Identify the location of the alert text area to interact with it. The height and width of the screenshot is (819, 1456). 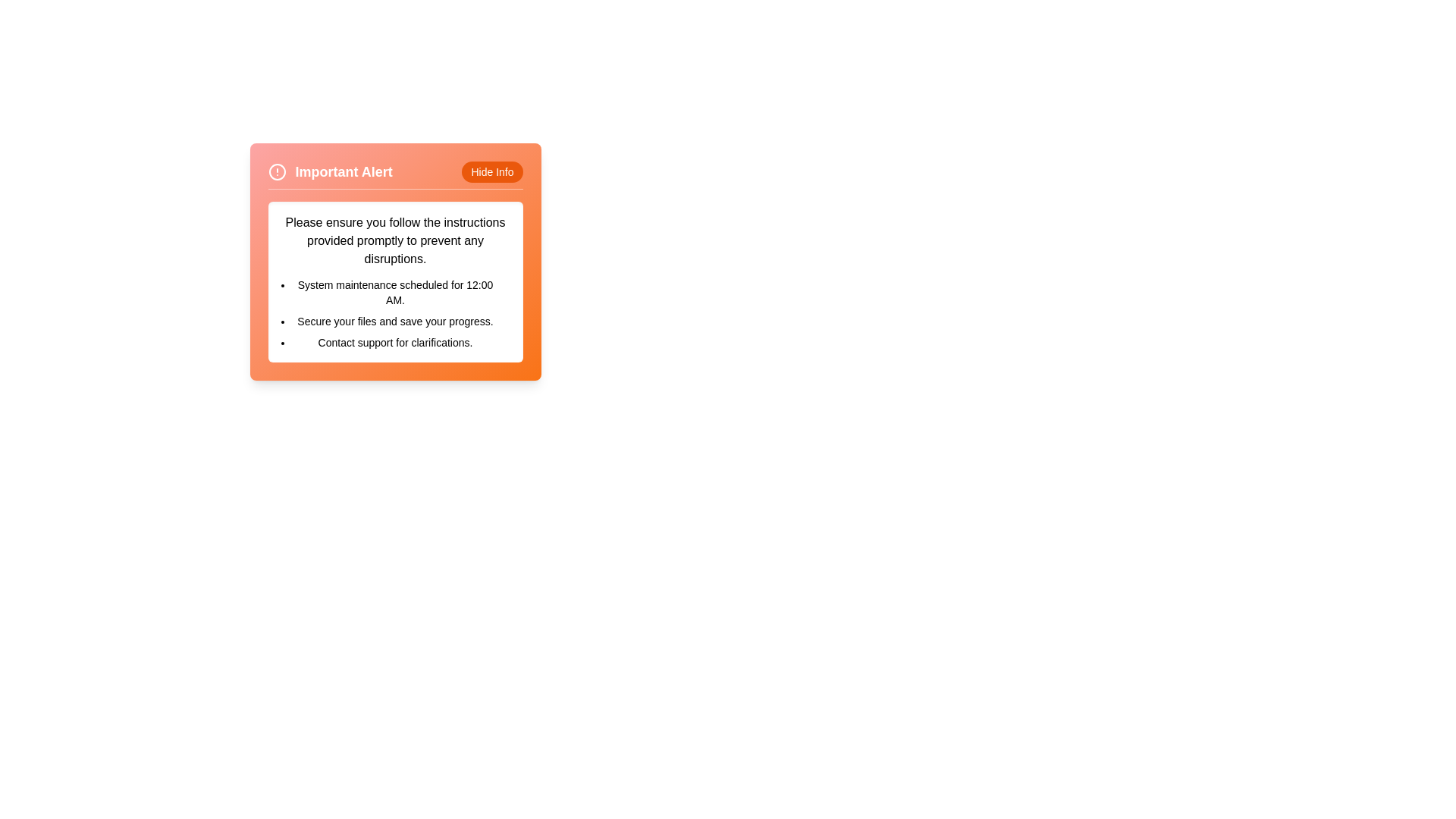
(395, 281).